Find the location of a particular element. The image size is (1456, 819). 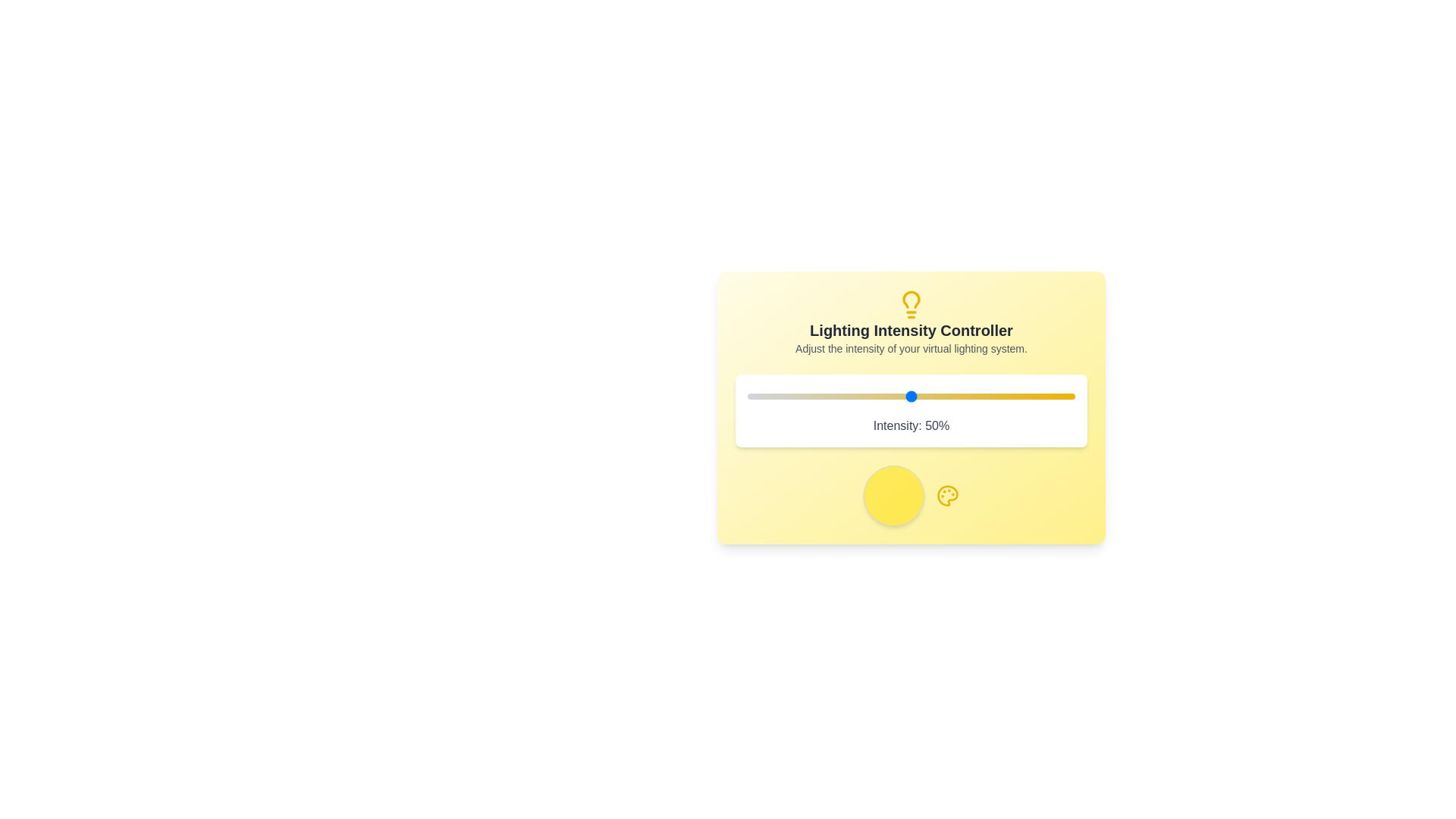

the lighting intensity to 37% by interacting with the slider is located at coordinates (868, 396).